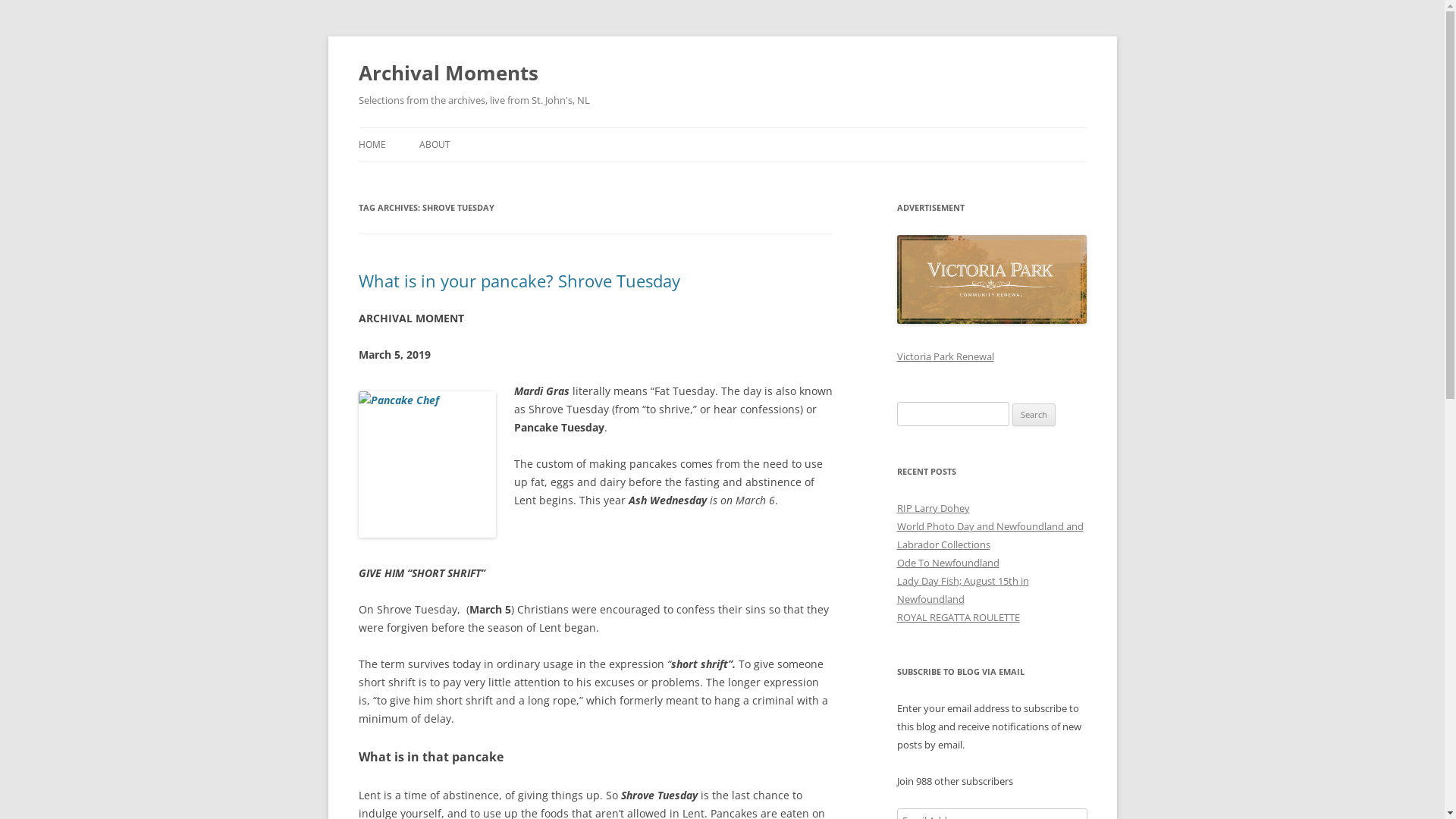 The width and height of the screenshot is (1456, 819). What do you see at coordinates (944, 356) in the screenshot?
I see `'Victoria Park Renewal'` at bounding box center [944, 356].